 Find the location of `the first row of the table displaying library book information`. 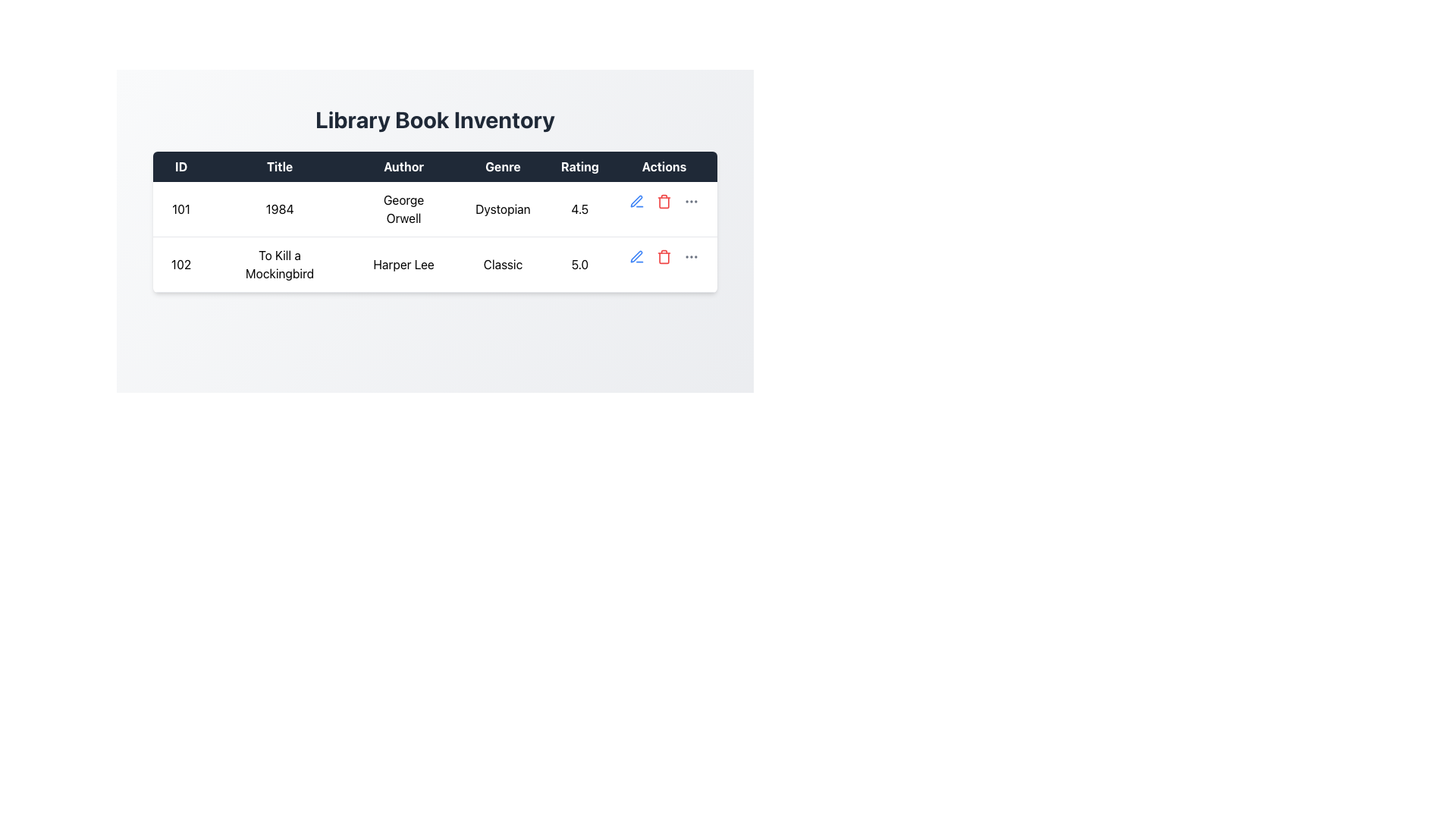

the first row of the table displaying library book information is located at coordinates (435, 237).